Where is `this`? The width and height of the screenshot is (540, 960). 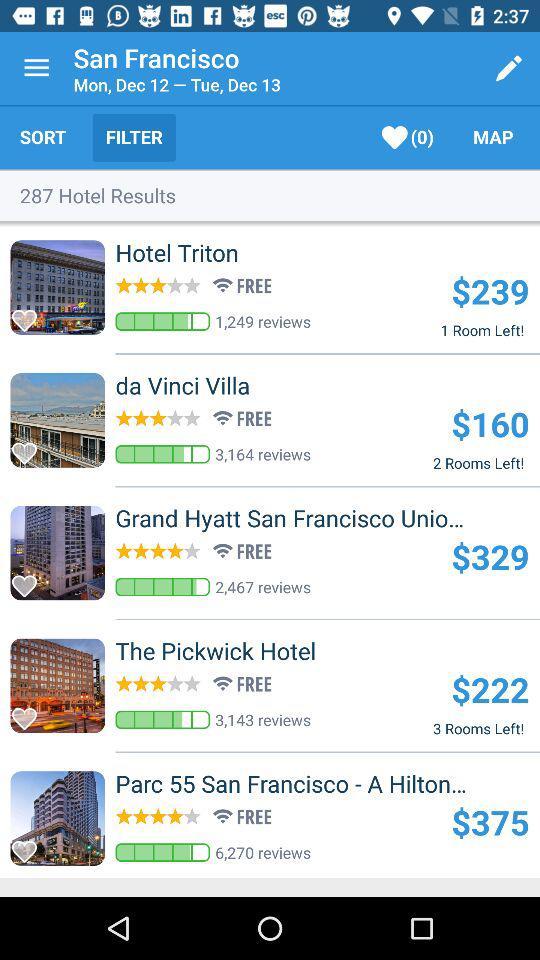
this is located at coordinates (29, 315).